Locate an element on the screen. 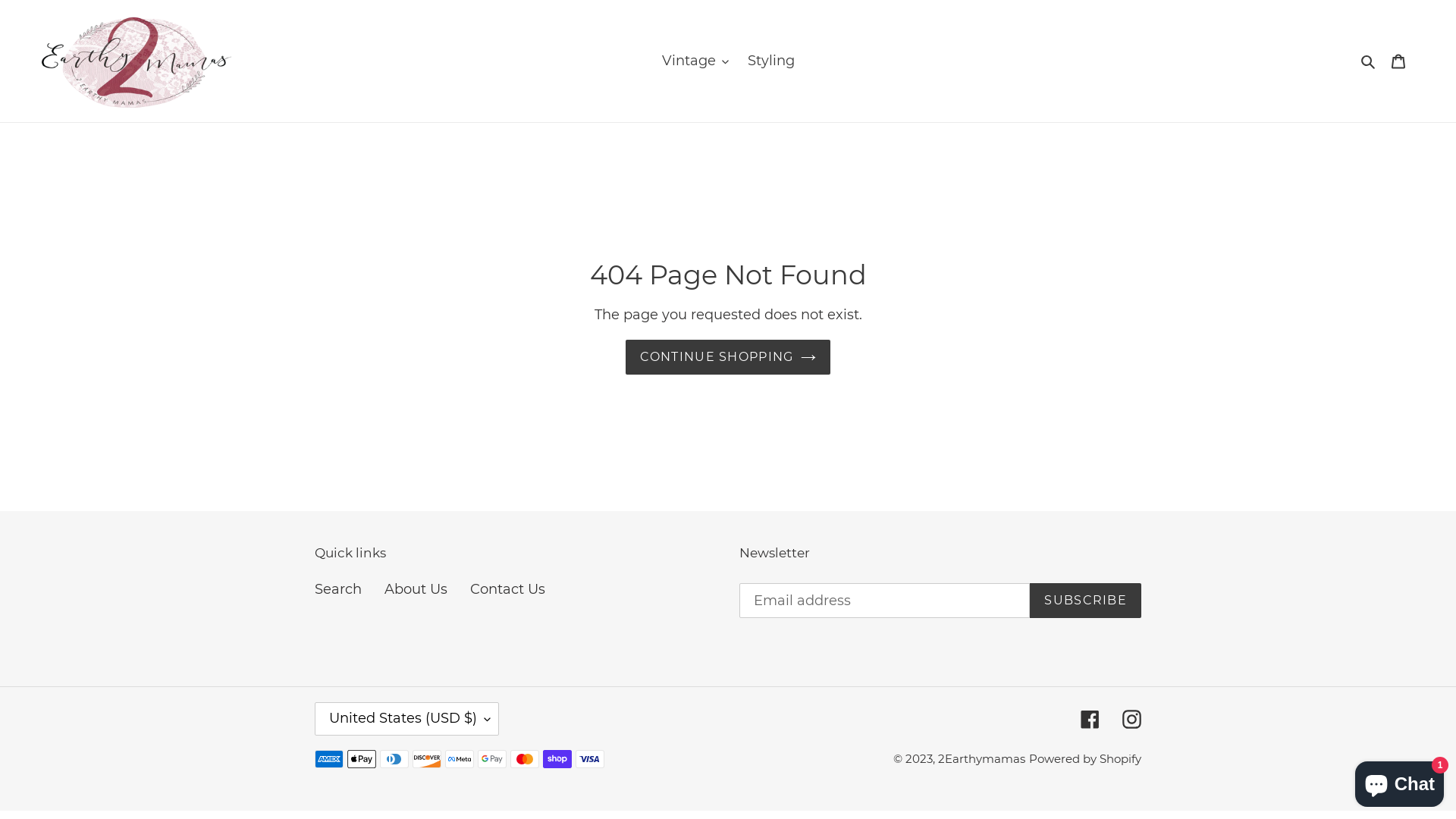 Image resolution: width=1456 pixels, height=819 pixels. 'Instagram' is located at coordinates (1131, 717).